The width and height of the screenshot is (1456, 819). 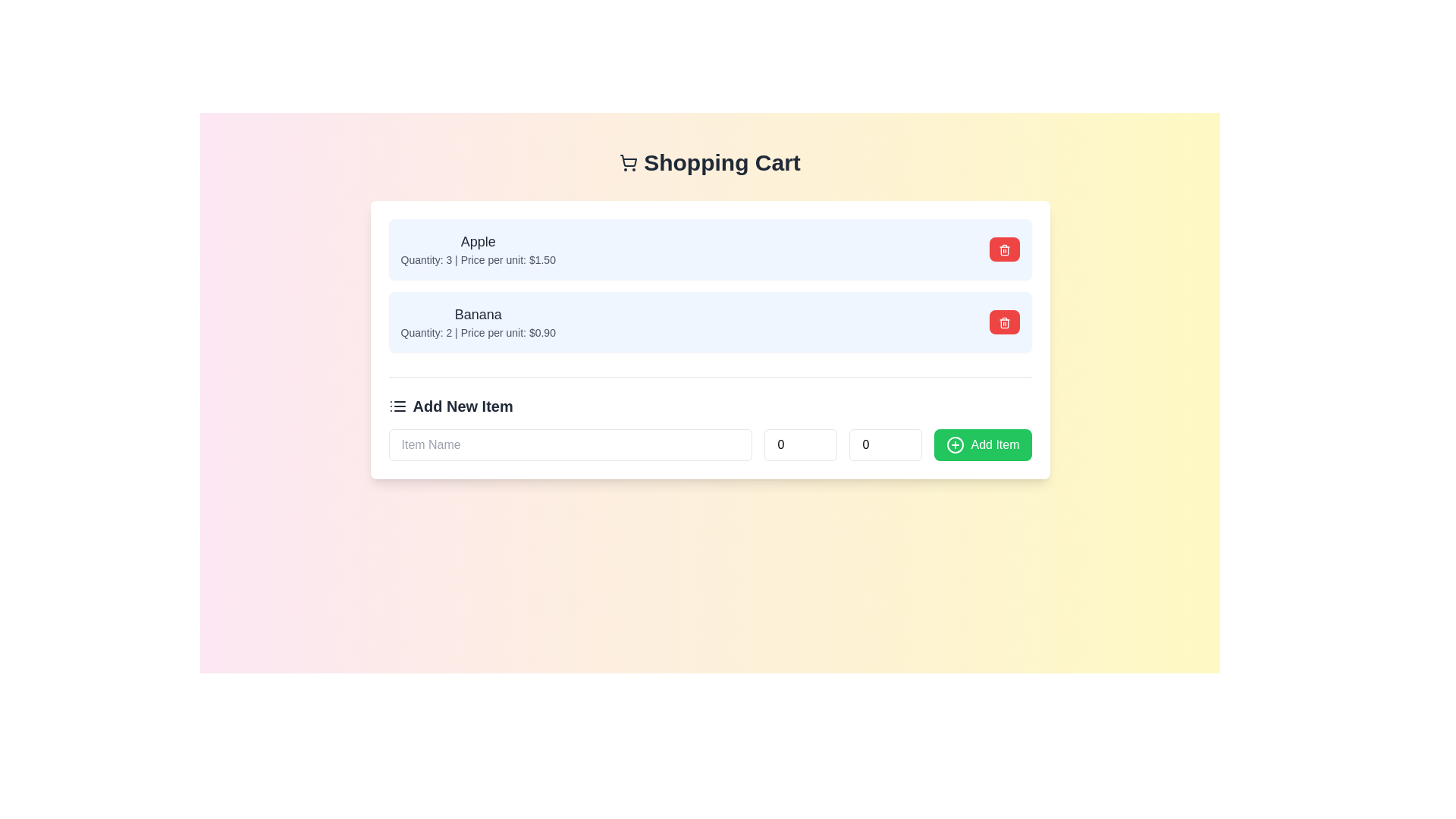 What do you see at coordinates (886, 444) in the screenshot?
I see `the numeric input field labeled 'Price' to focus on it for entering a value` at bounding box center [886, 444].